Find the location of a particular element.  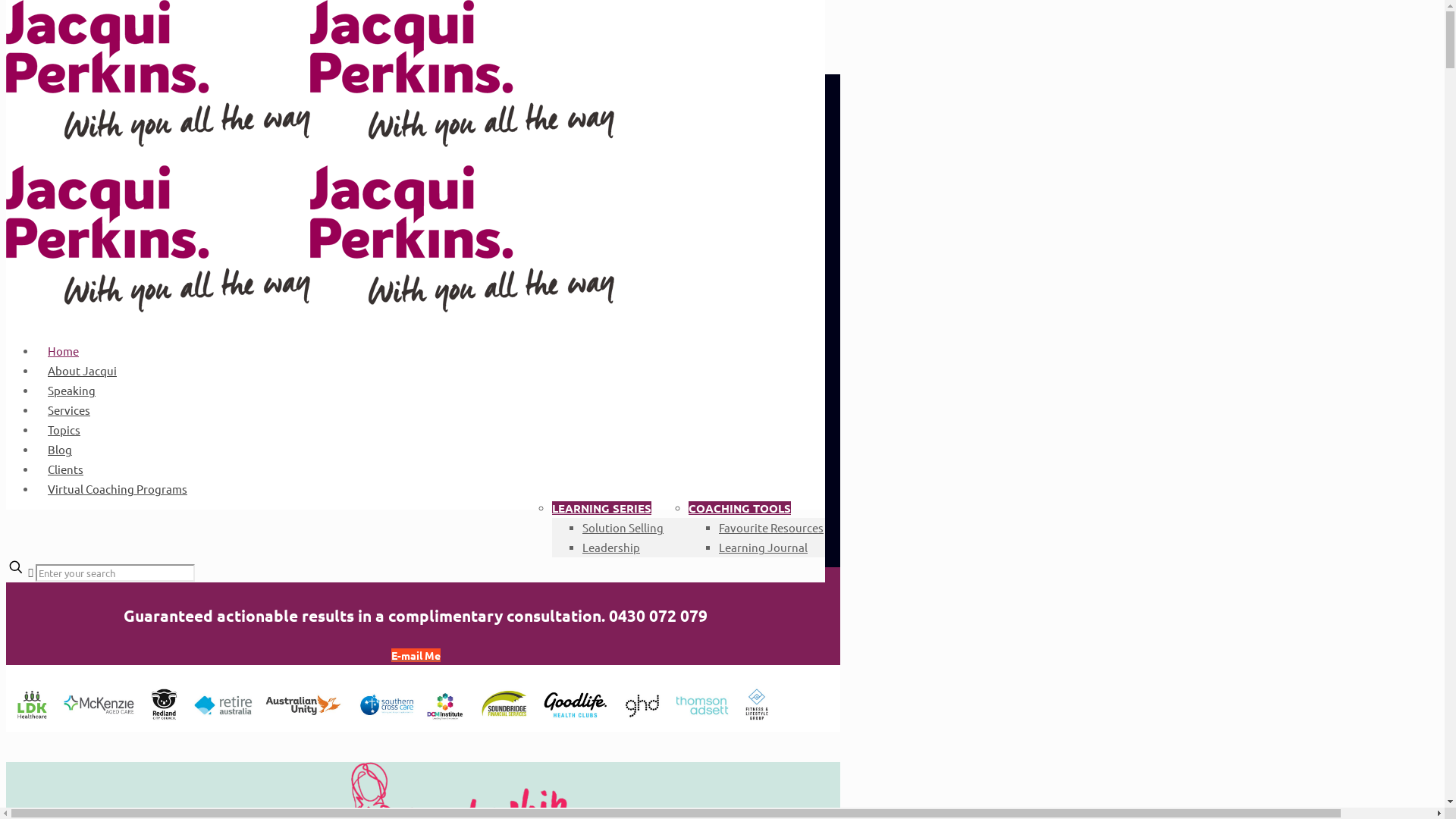

'Virtual Coaching Programs' is located at coordinates (116, 488).